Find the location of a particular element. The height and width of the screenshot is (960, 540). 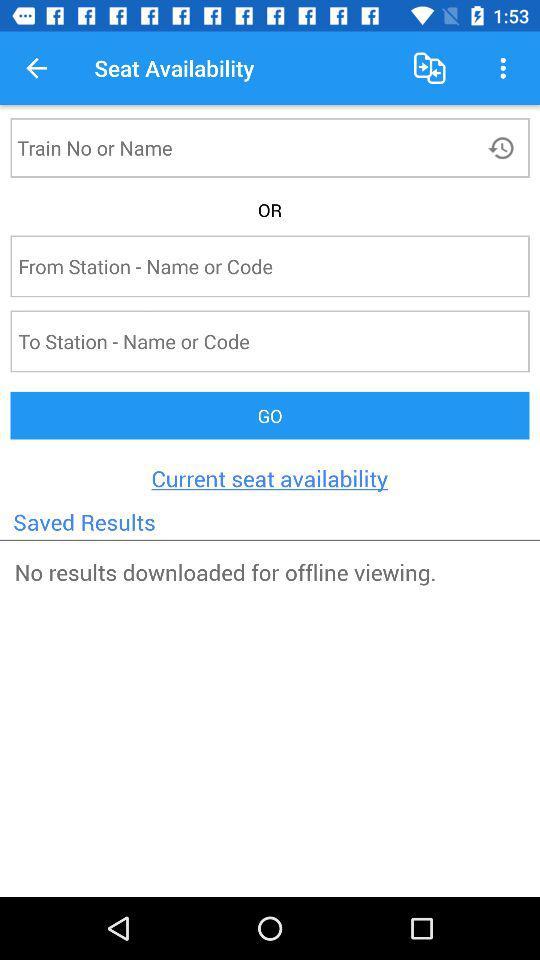

the go icon is located at coordinates (270, 414).